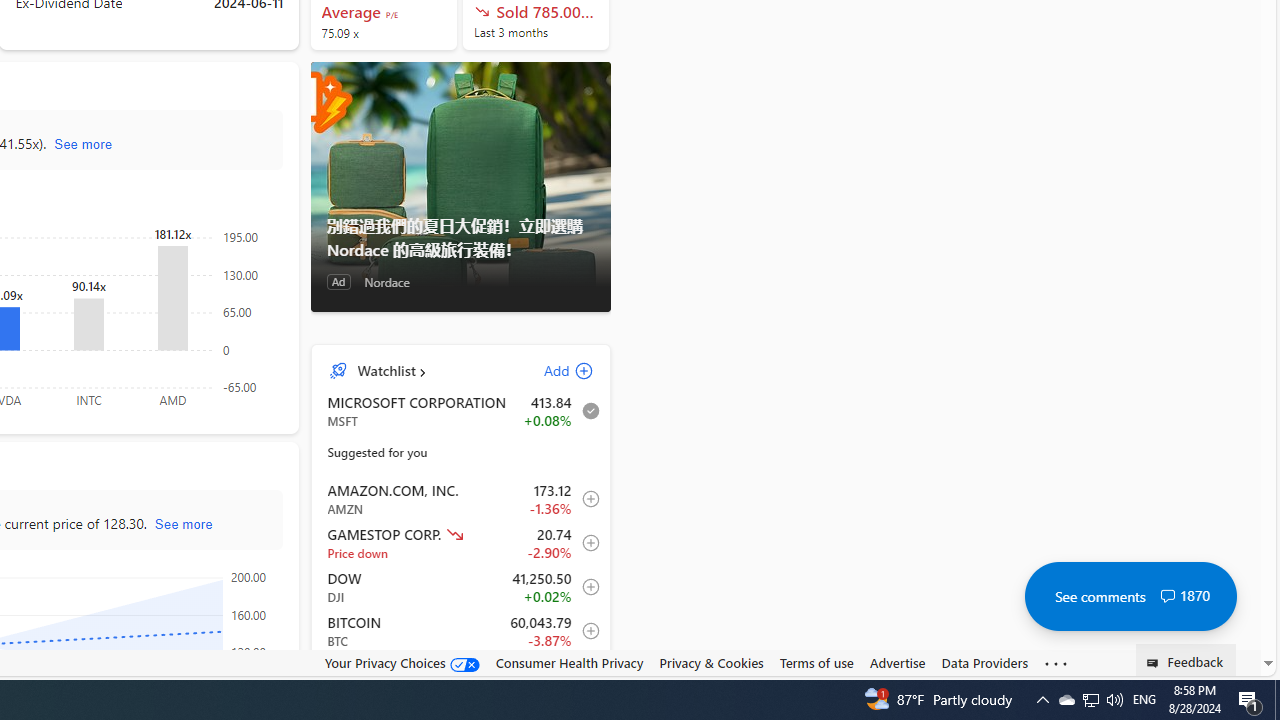 This screenshot has width=1280, height=720. Describe the element at coordinates (816, 663) in the screenshot. I see `'Terms of use'` at that location.